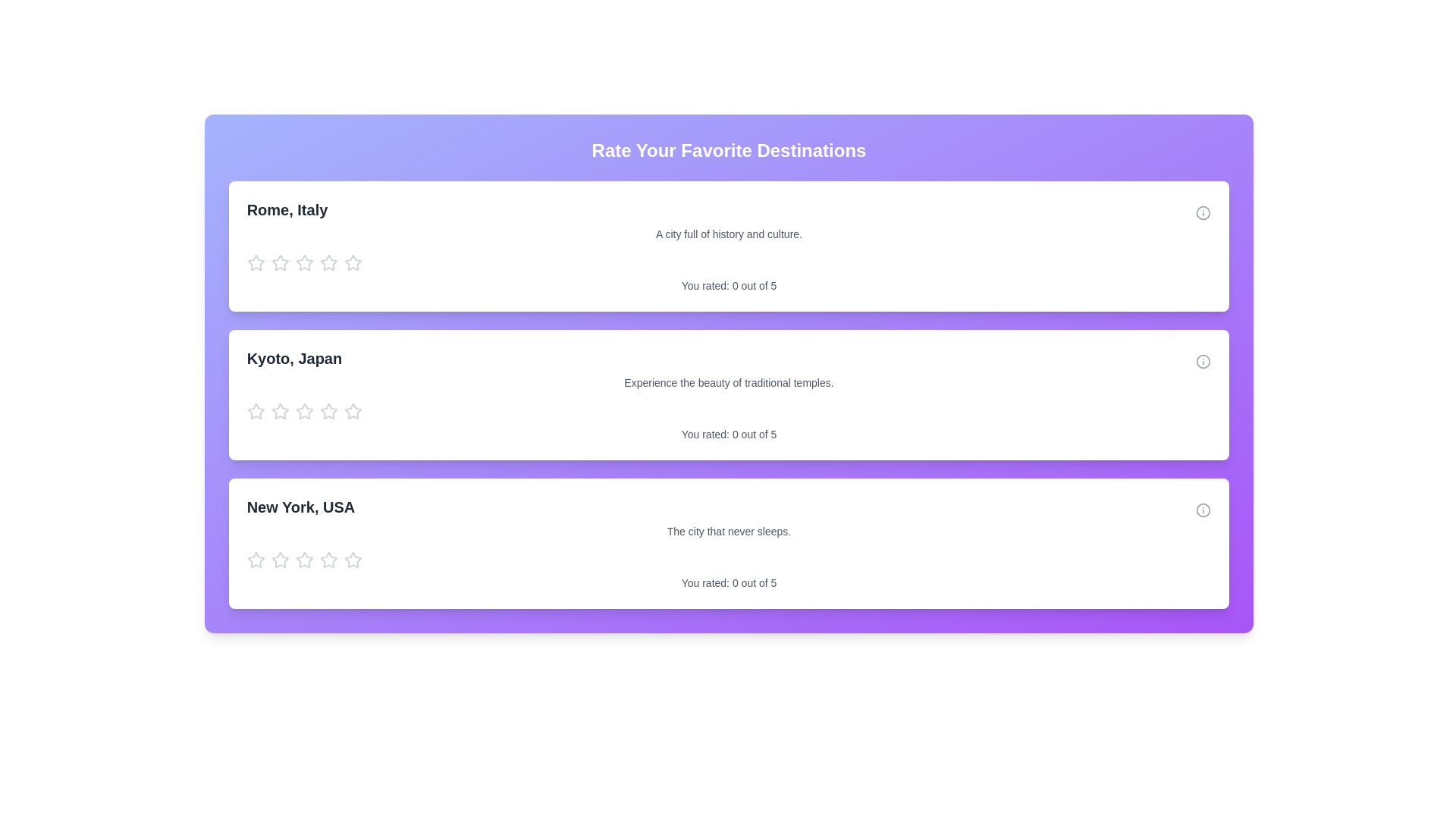  Describe the element at coordinates (256, 262) in the screenshot. I see `the first star icon used for rating feedback in the row for 'Rome, Italy'` at that location.